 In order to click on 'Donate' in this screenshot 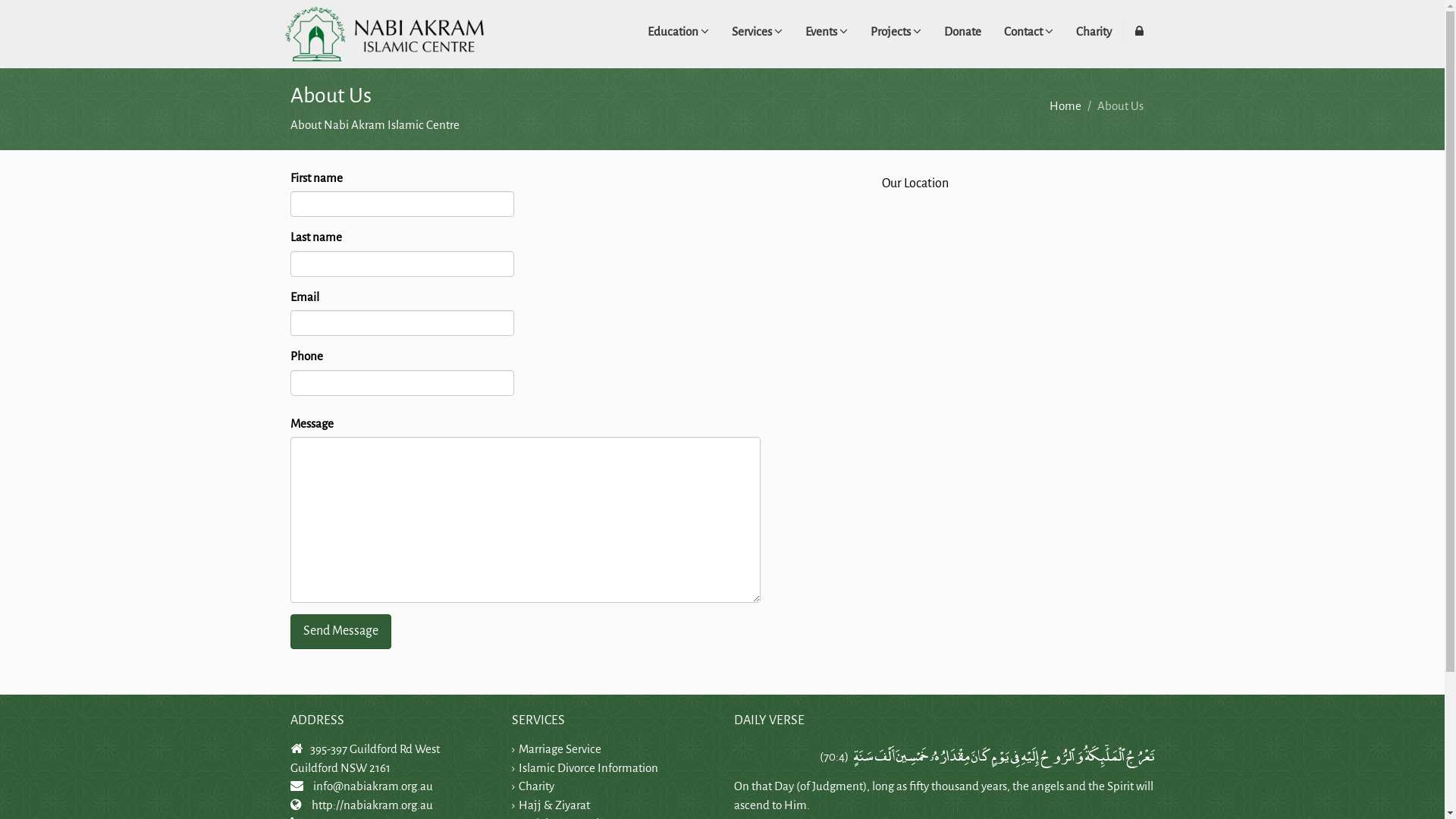, I will do `click(962, 32)`.